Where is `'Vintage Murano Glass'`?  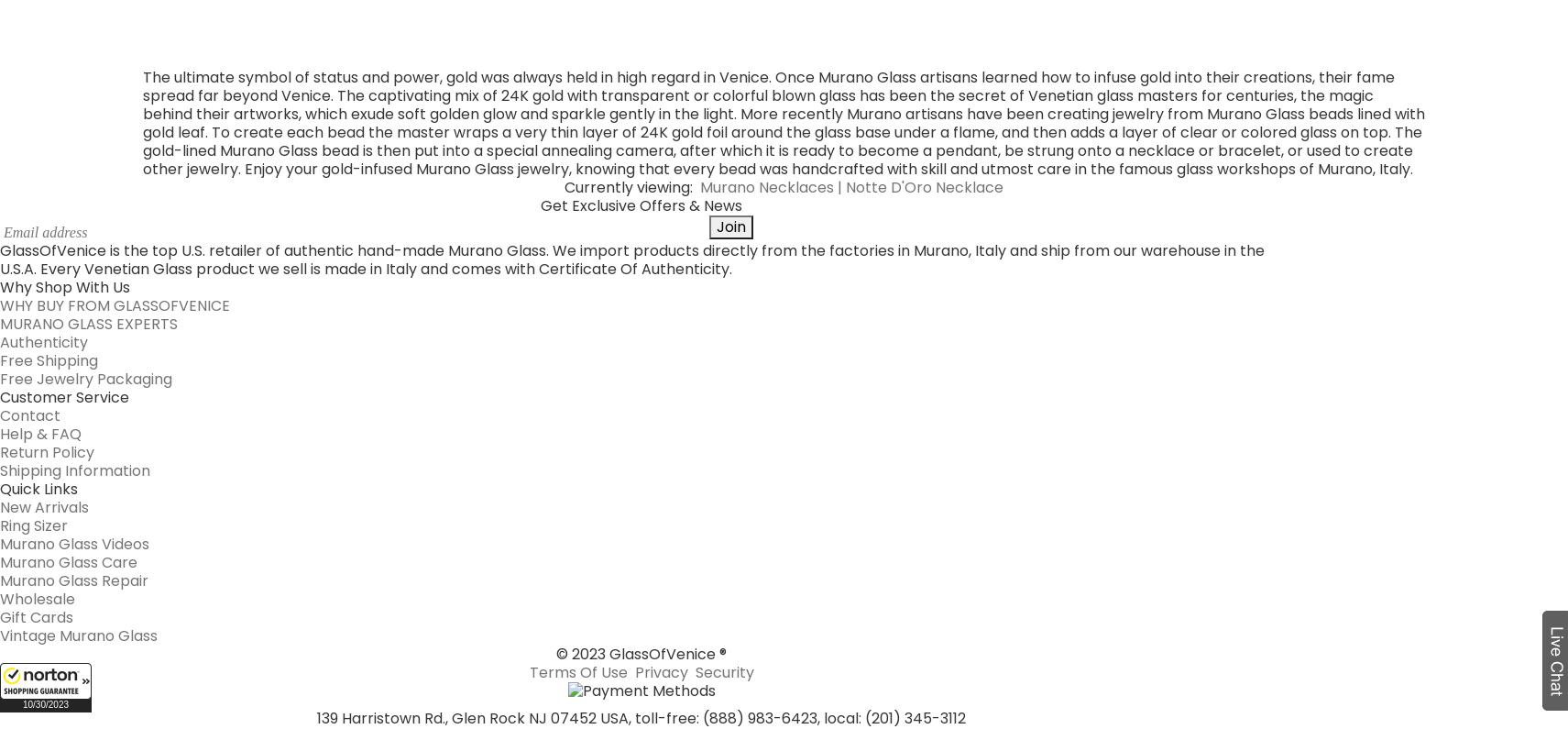
'Vintage Murano Glass' is located at coordinates (0, 297).